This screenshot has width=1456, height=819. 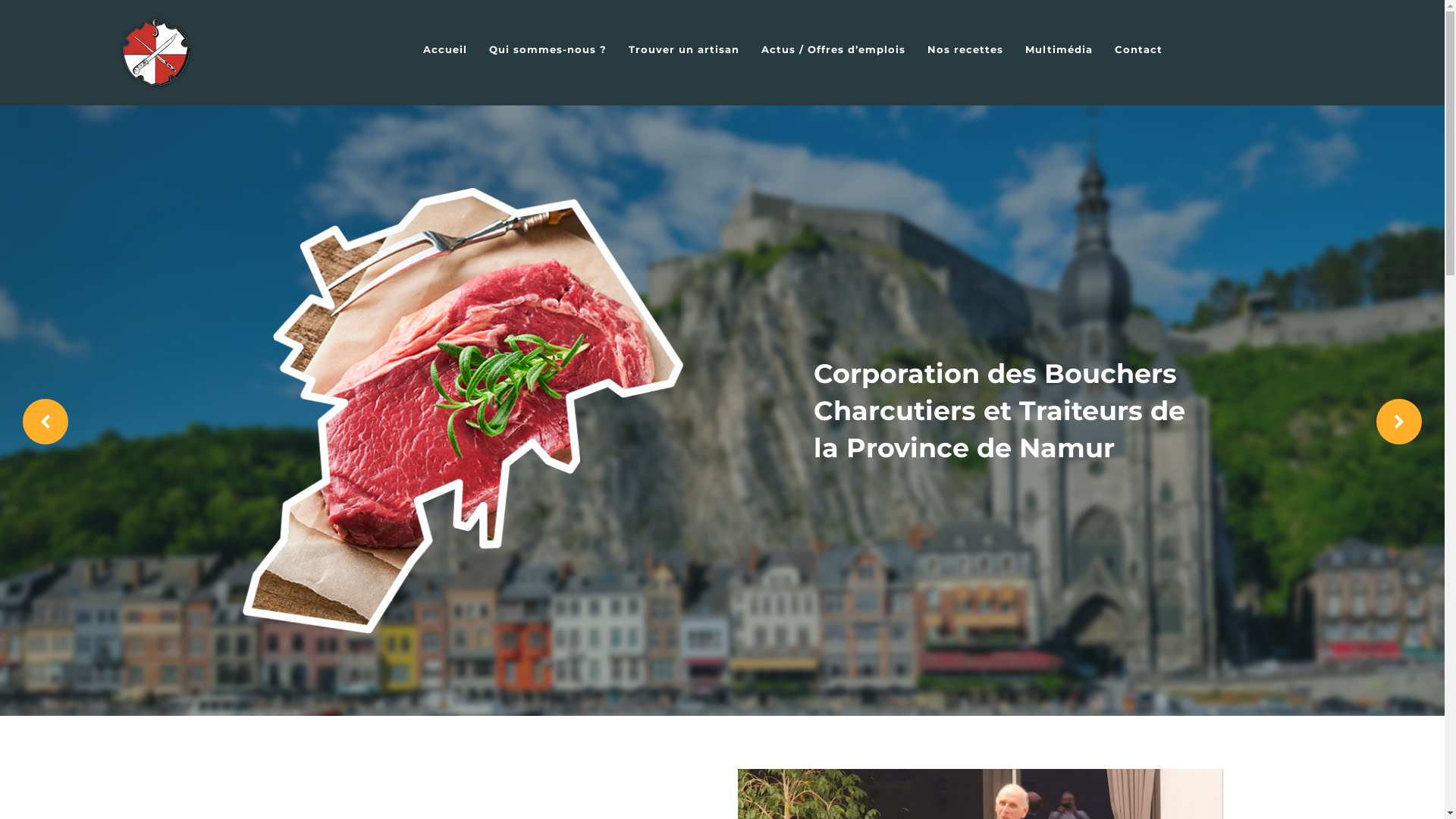 I want to click on 'Qui sommes-nous ?', so click(x=547, y=49).